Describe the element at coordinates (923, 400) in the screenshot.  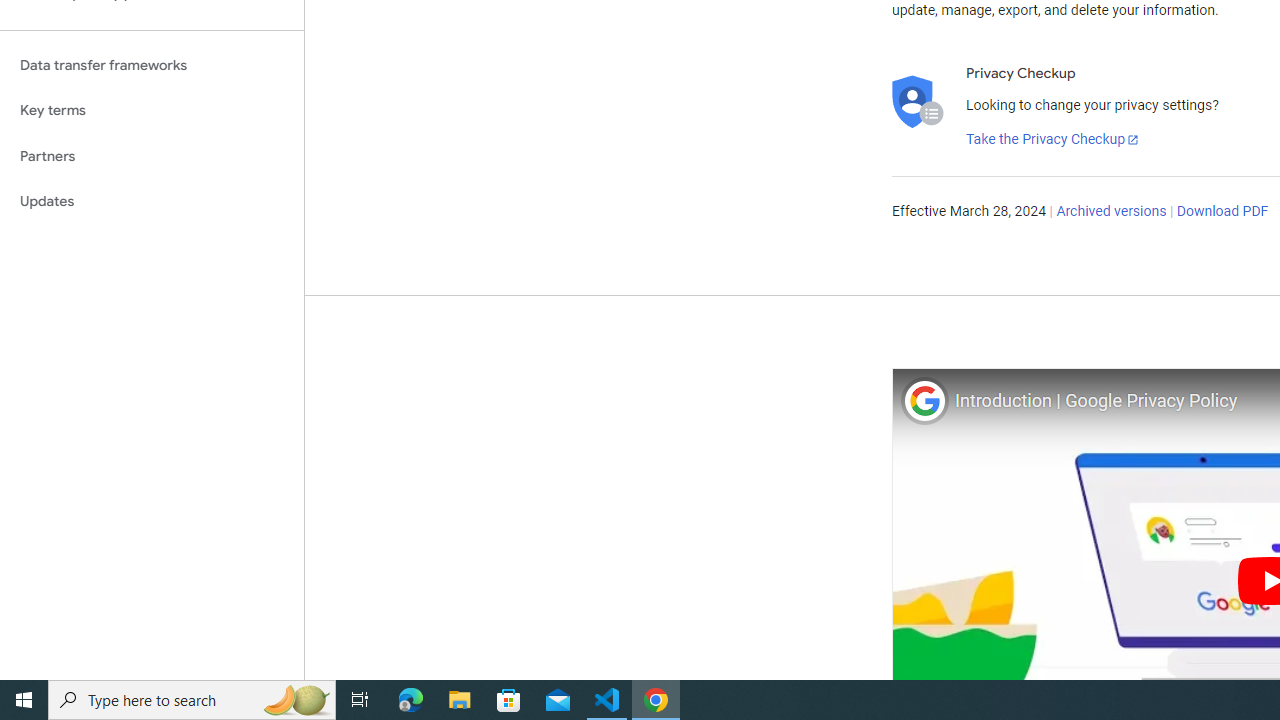
I see `'Photo image of Google'` at that location.